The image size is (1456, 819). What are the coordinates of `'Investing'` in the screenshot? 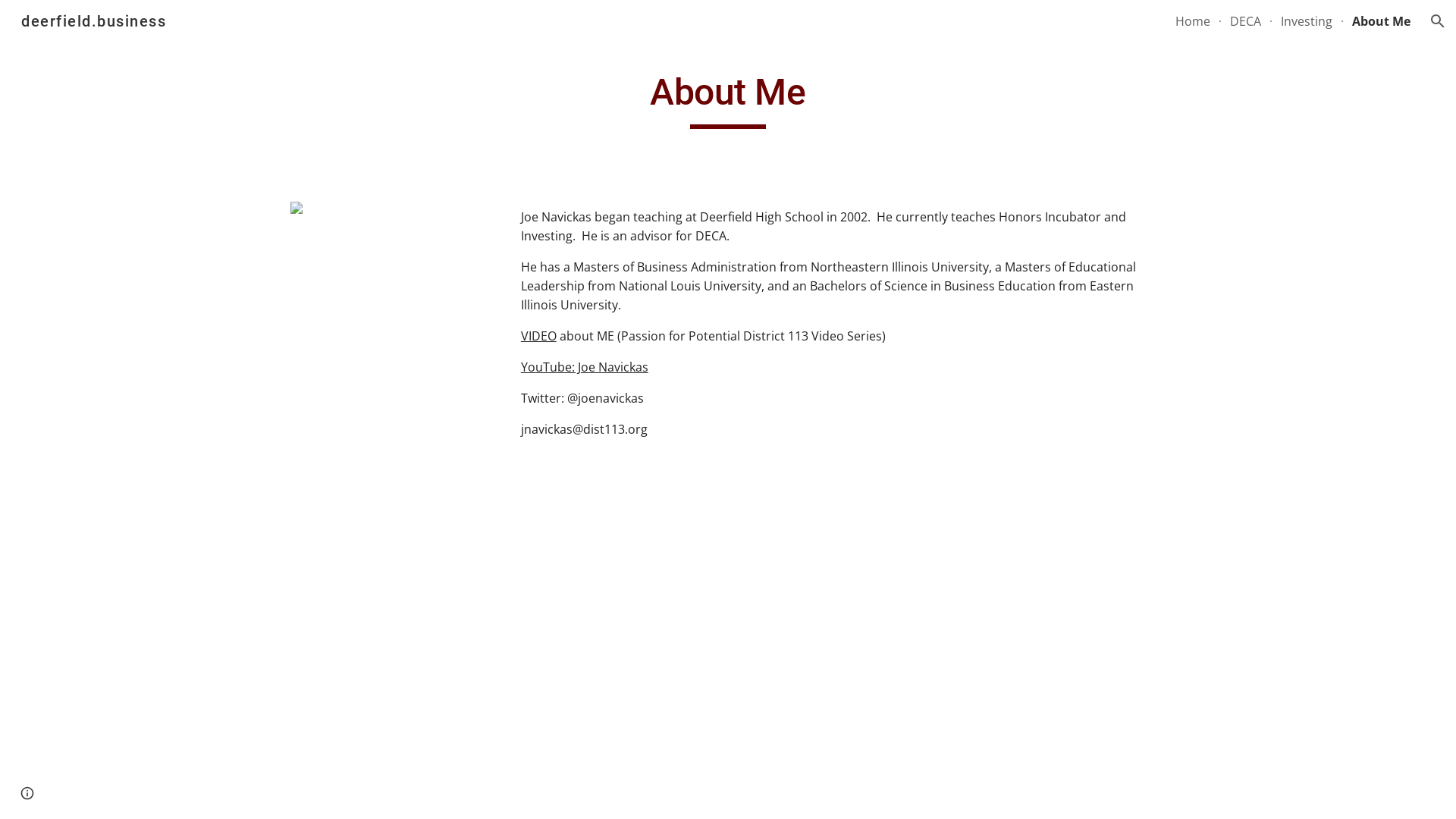 It's located at (1280, 20).